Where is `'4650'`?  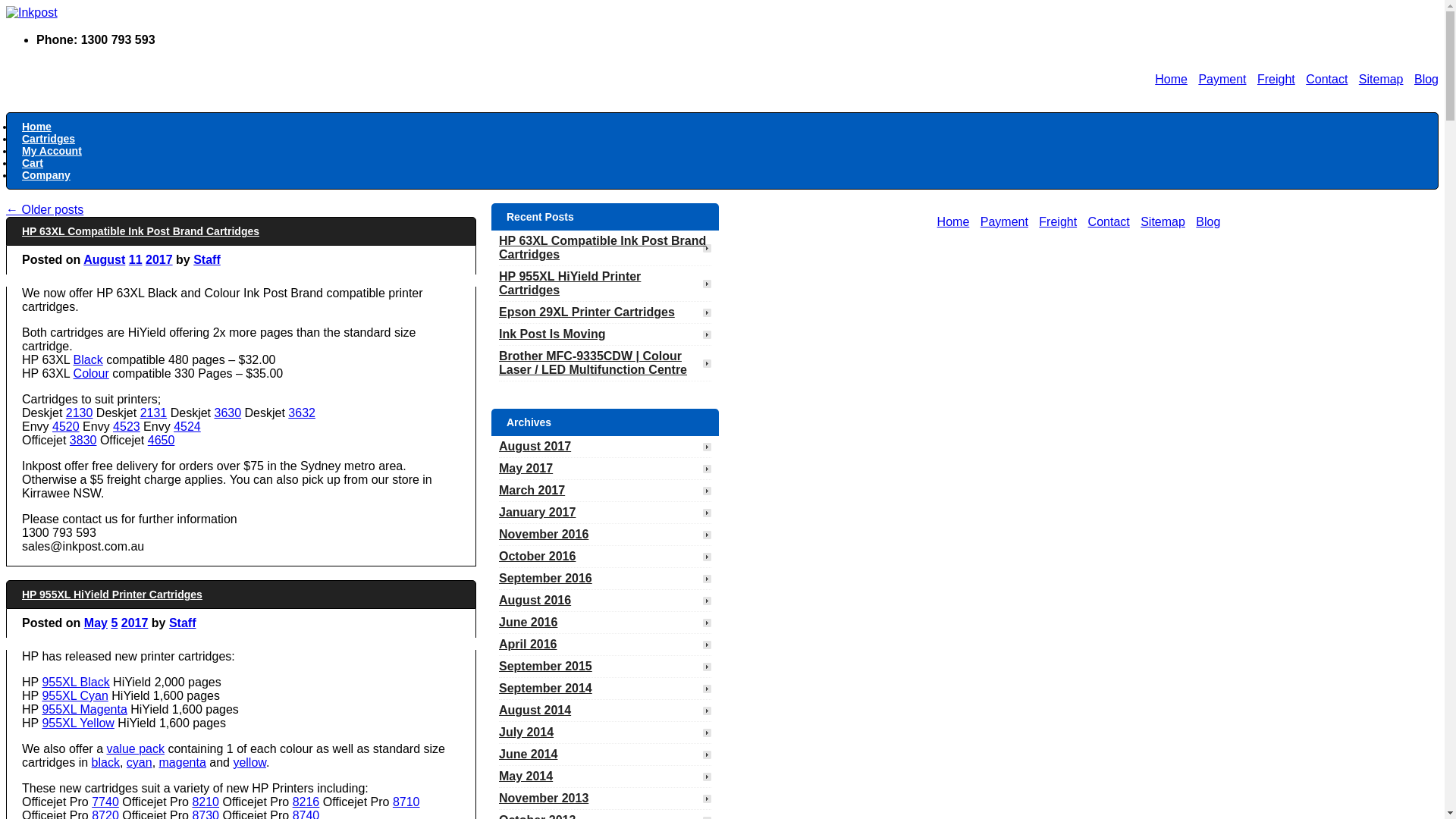 '4650' is located at coordinates (161, 440).